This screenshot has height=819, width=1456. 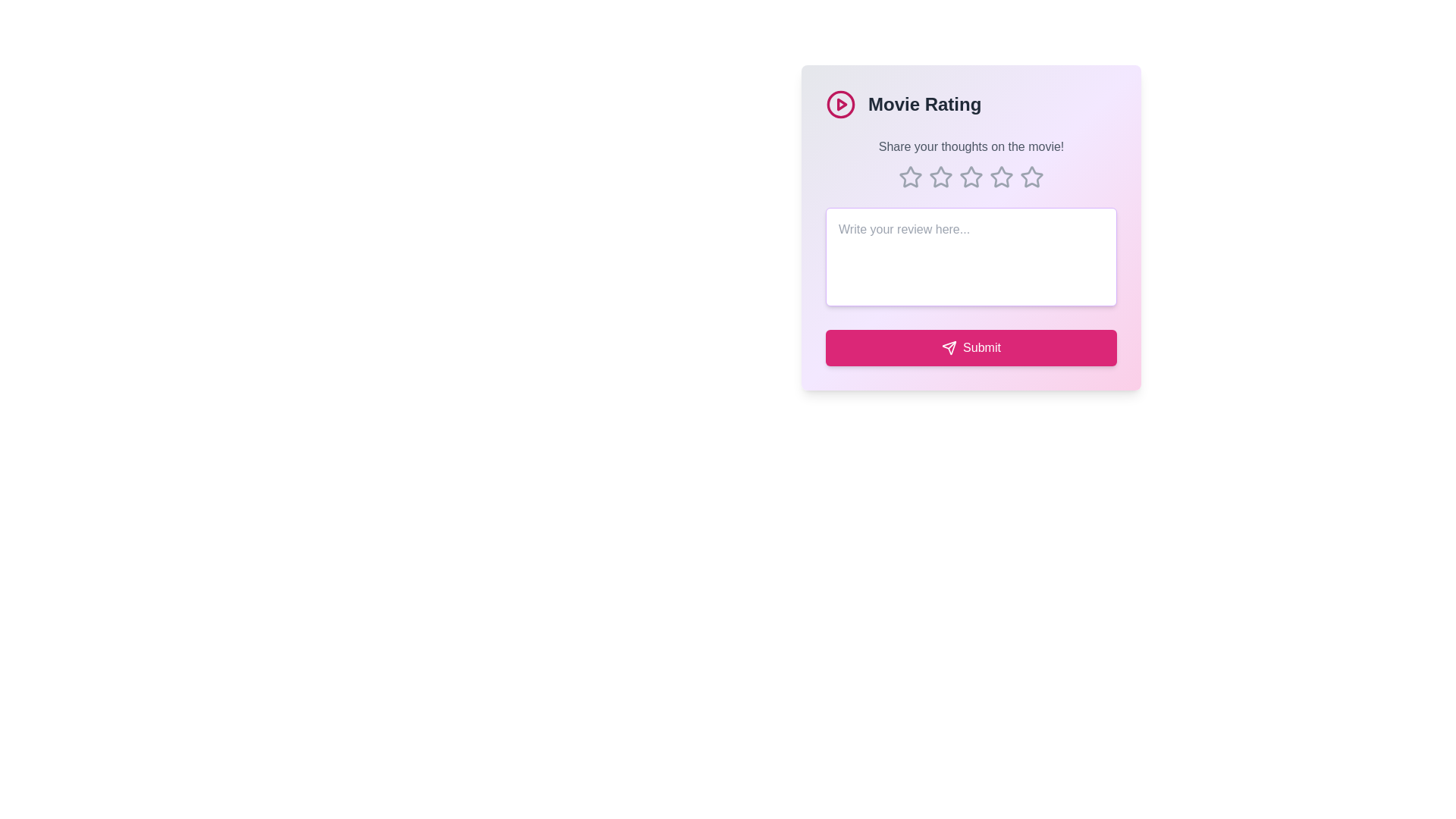 What do you see at coordinates (949, 348) in the screenshot?
I see `the submission icon located on the left side of the 'Submit' button at the bottom of the form interface` at bounding box center [949, 348].